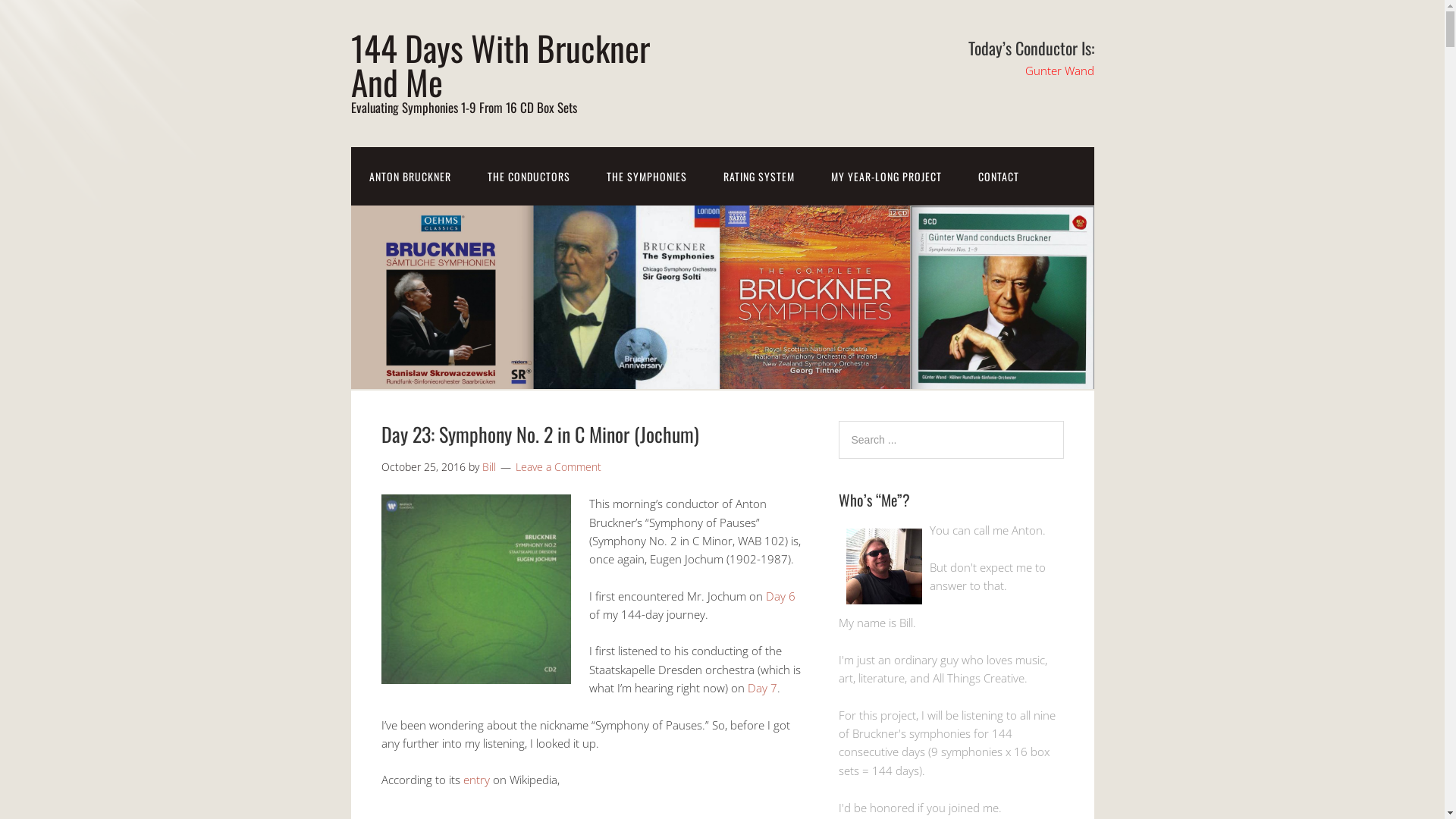 This screenshot has width=1456, height=819. Describe the element at coordinates (780, 595) in the screenshot. I see `'Day 6'` at that location.